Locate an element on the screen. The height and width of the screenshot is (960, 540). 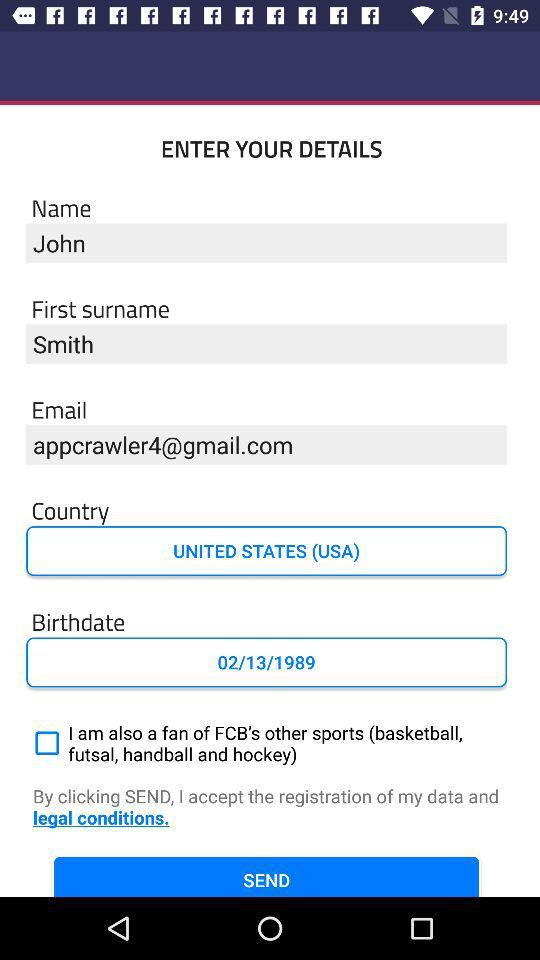
the icon below i am also is located at coordinates (270, 807).